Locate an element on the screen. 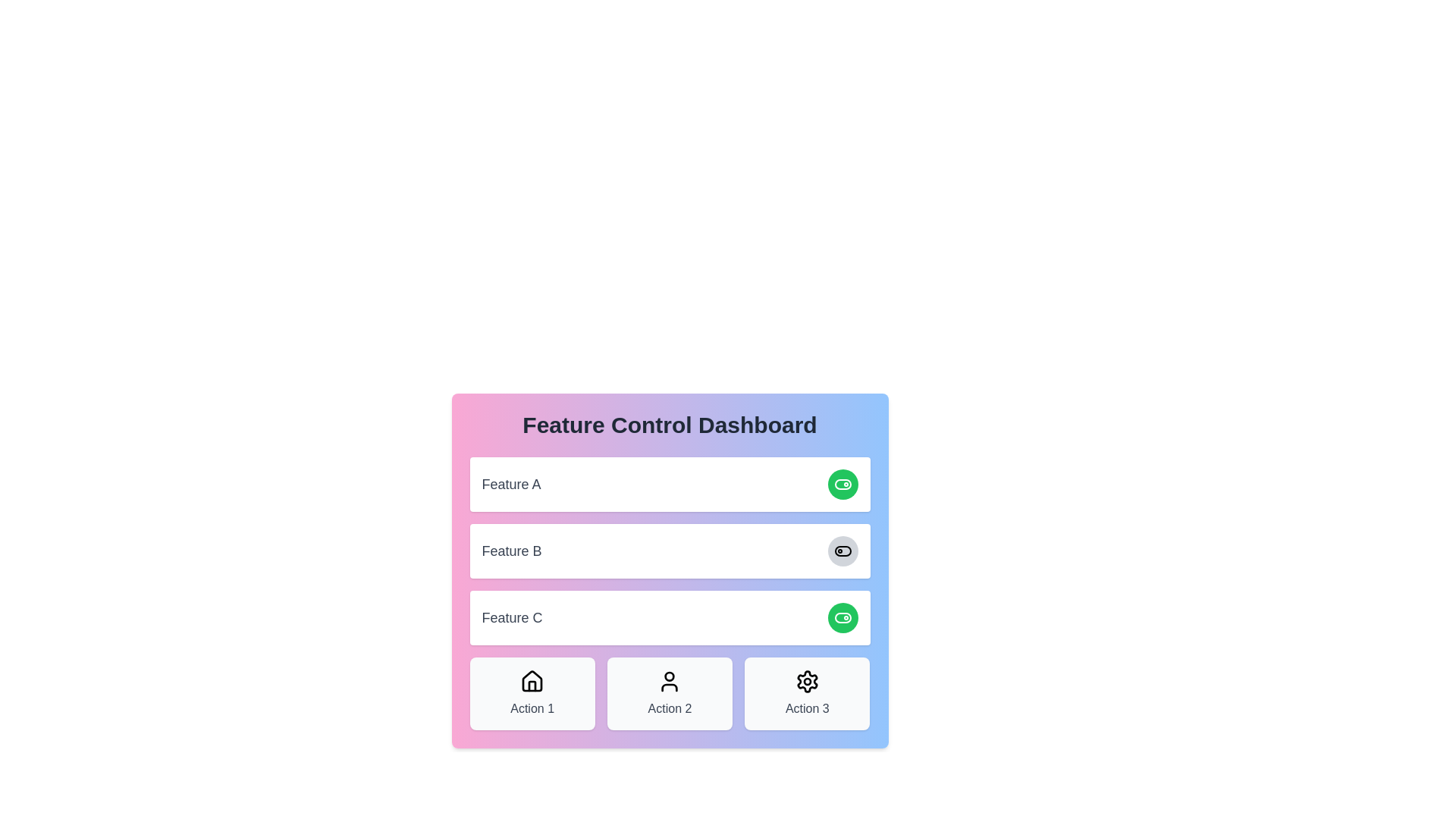 The height and width of the screenshot is (819, 1456). the rounded green toggle button with a toggle switch icon next is located at coordinates (842, 485).